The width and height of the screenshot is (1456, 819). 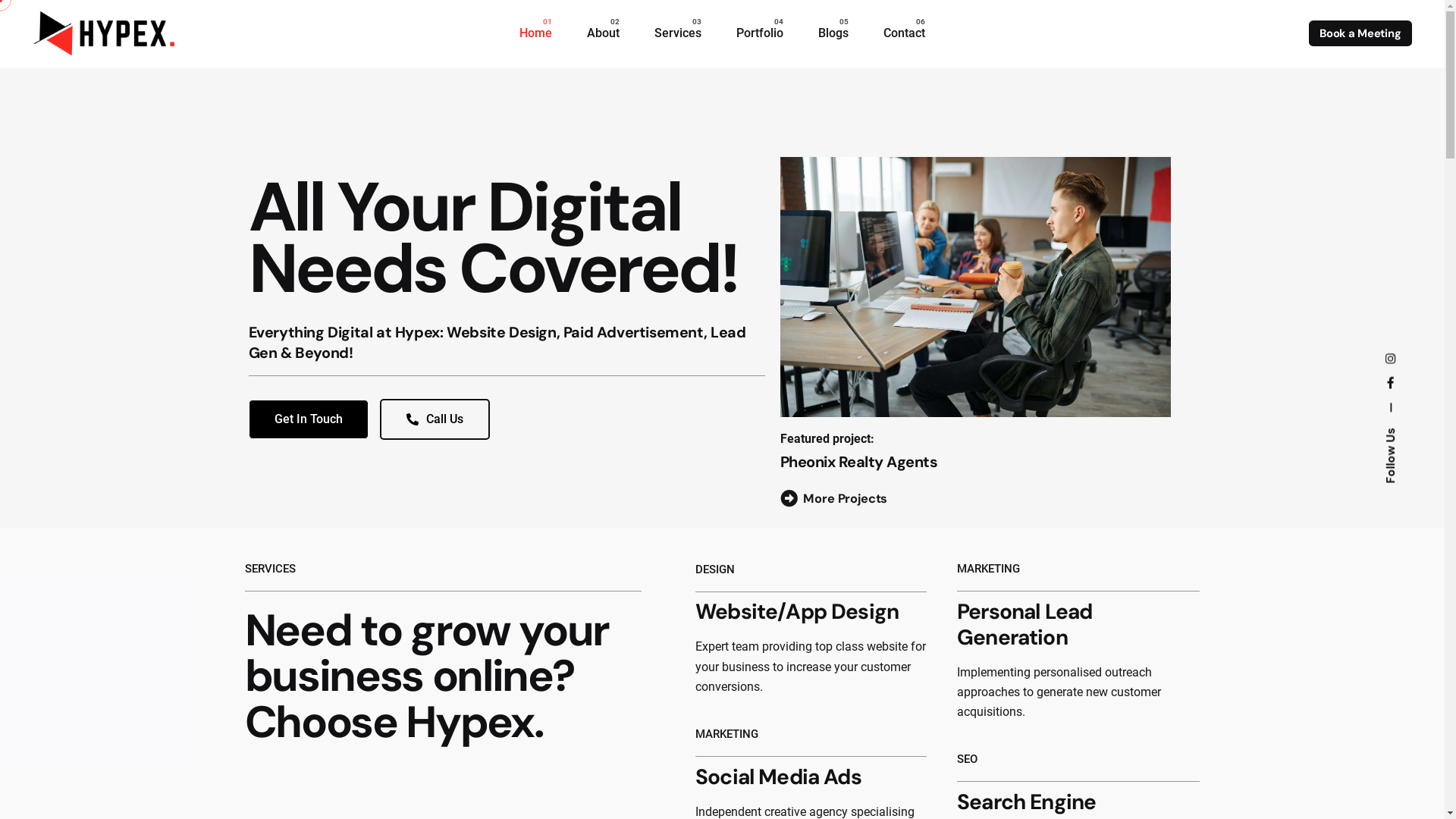 What do you see at coordinates (833, 499) in the screenshot?
I see `'More Projects'` at bounding box center [833, 499].